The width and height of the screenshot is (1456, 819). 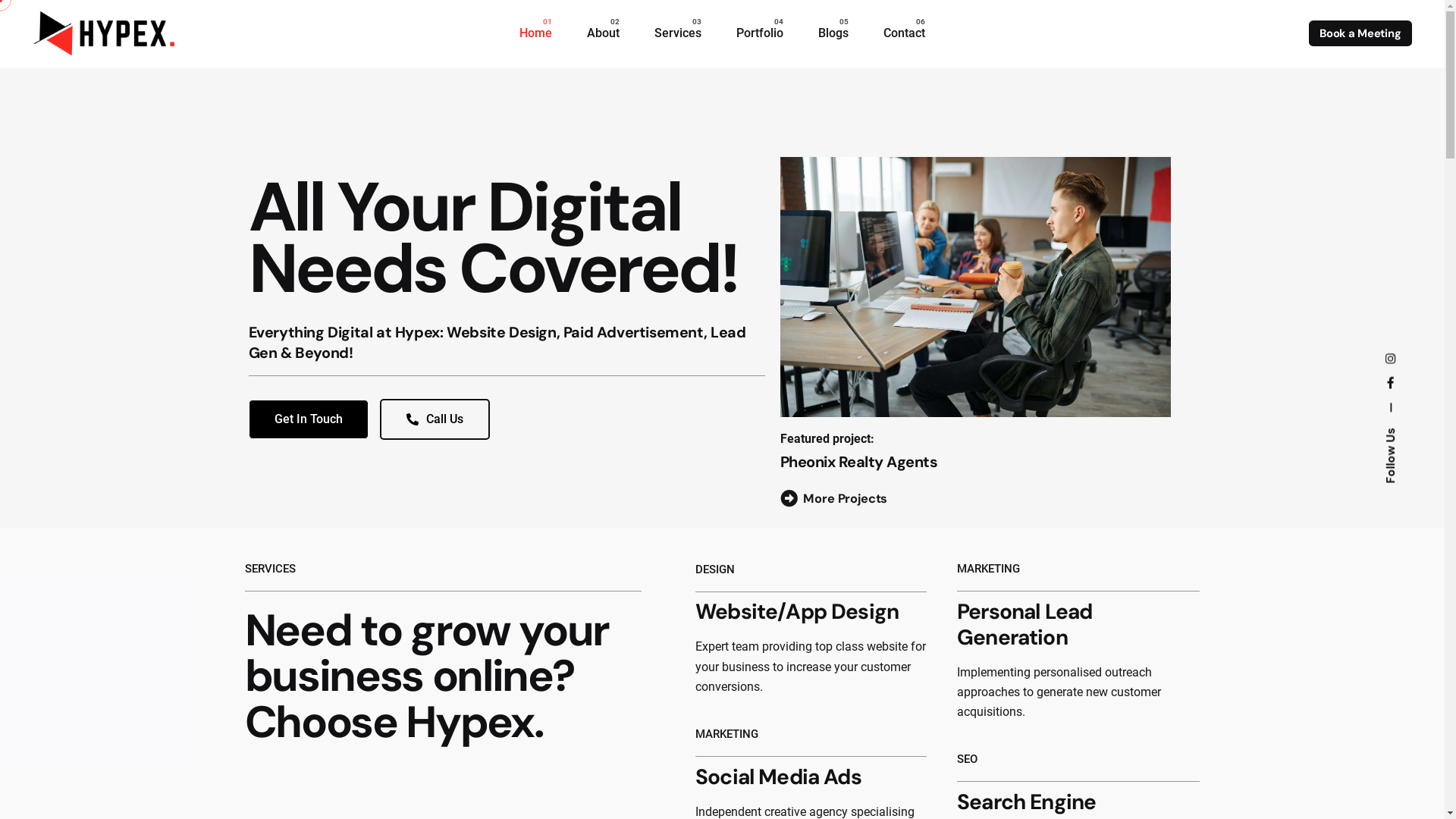 What do you see at coordinates (833, 499) in the screenshot?
I see `'More Projects'` at bounding box center [833, 499].